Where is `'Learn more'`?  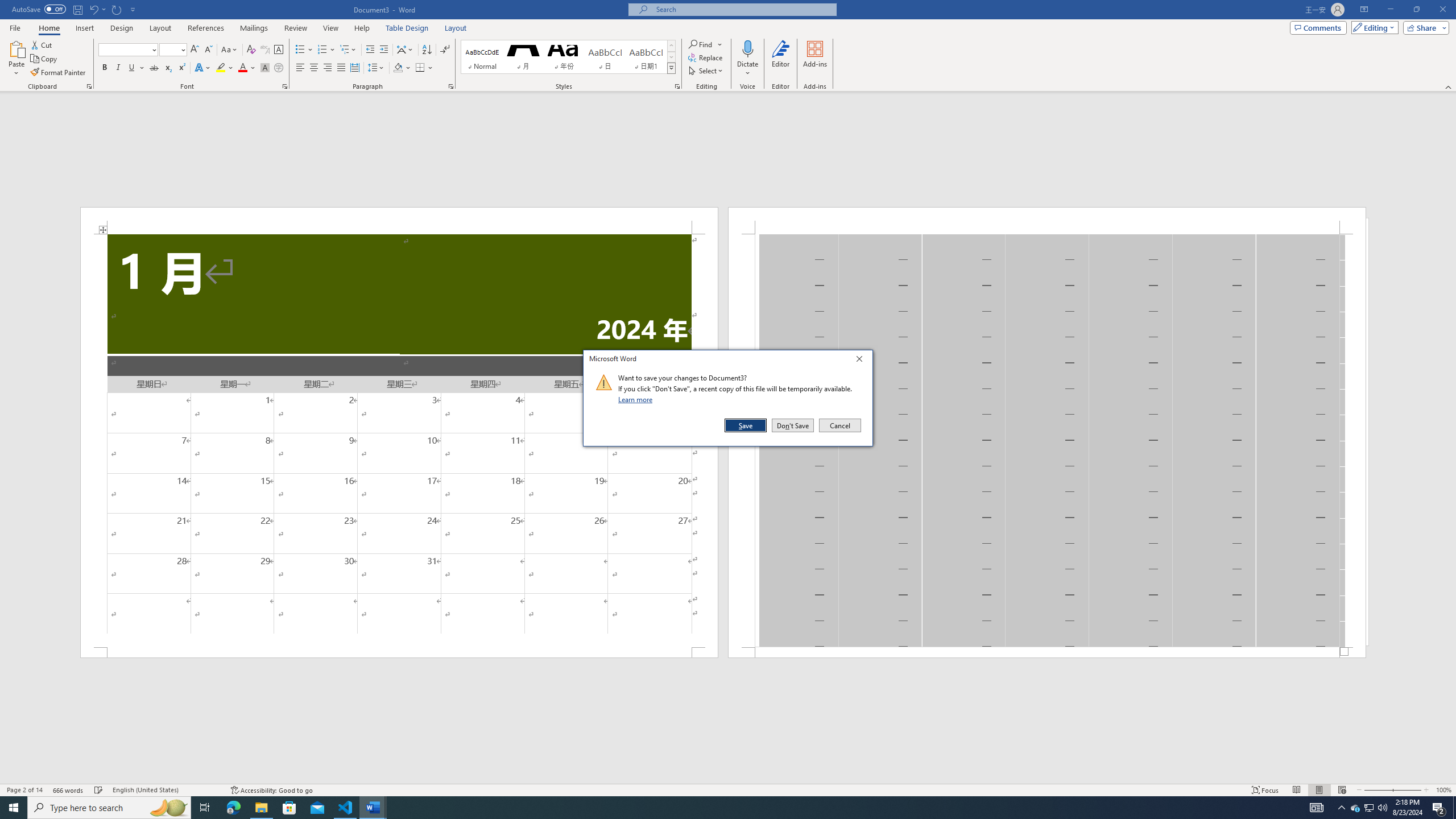 'Learn more' is located at coordinates (637, 399).